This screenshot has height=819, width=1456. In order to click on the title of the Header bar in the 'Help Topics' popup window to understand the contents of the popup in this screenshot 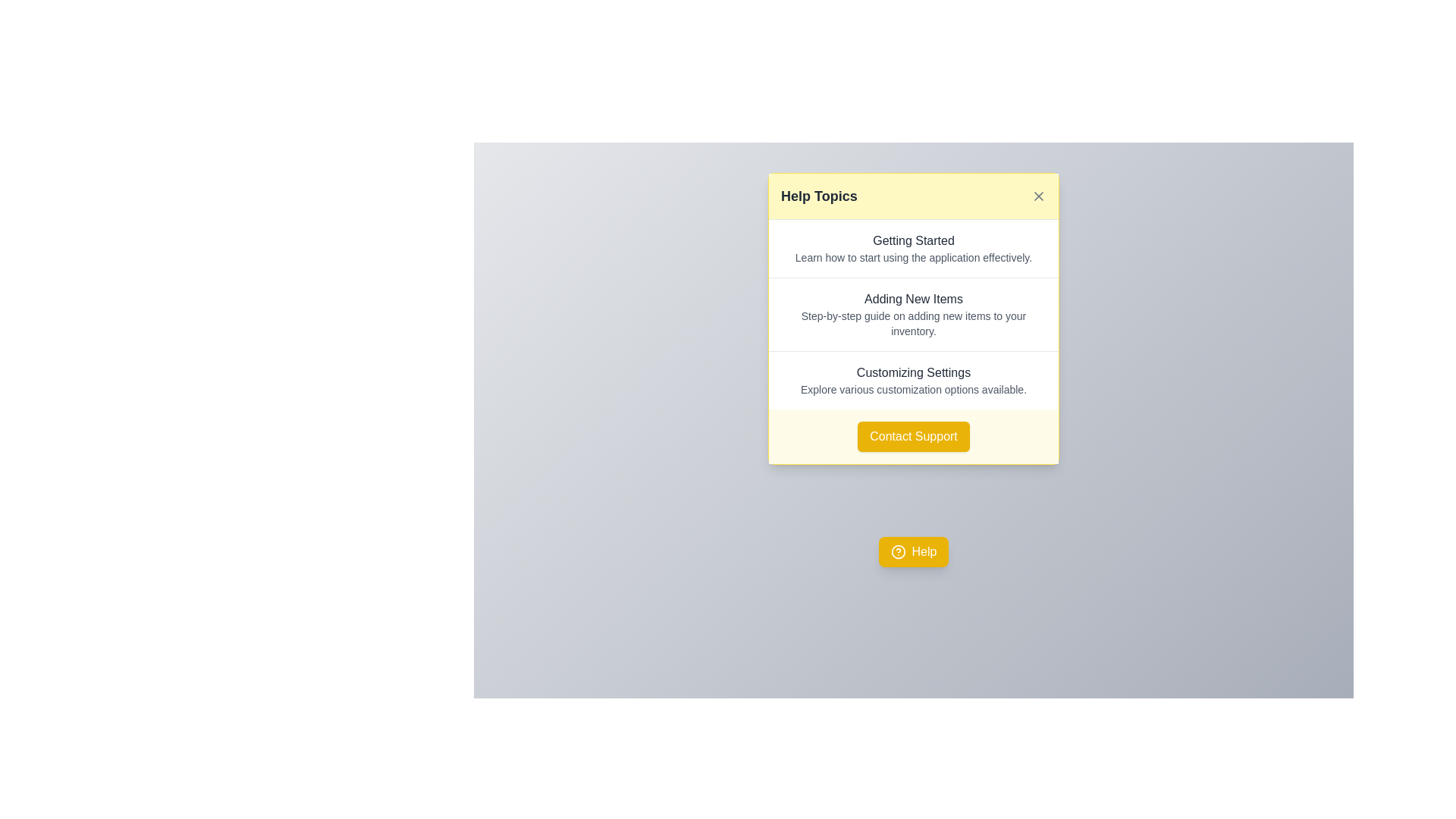, I will do `click(912, 196)`.